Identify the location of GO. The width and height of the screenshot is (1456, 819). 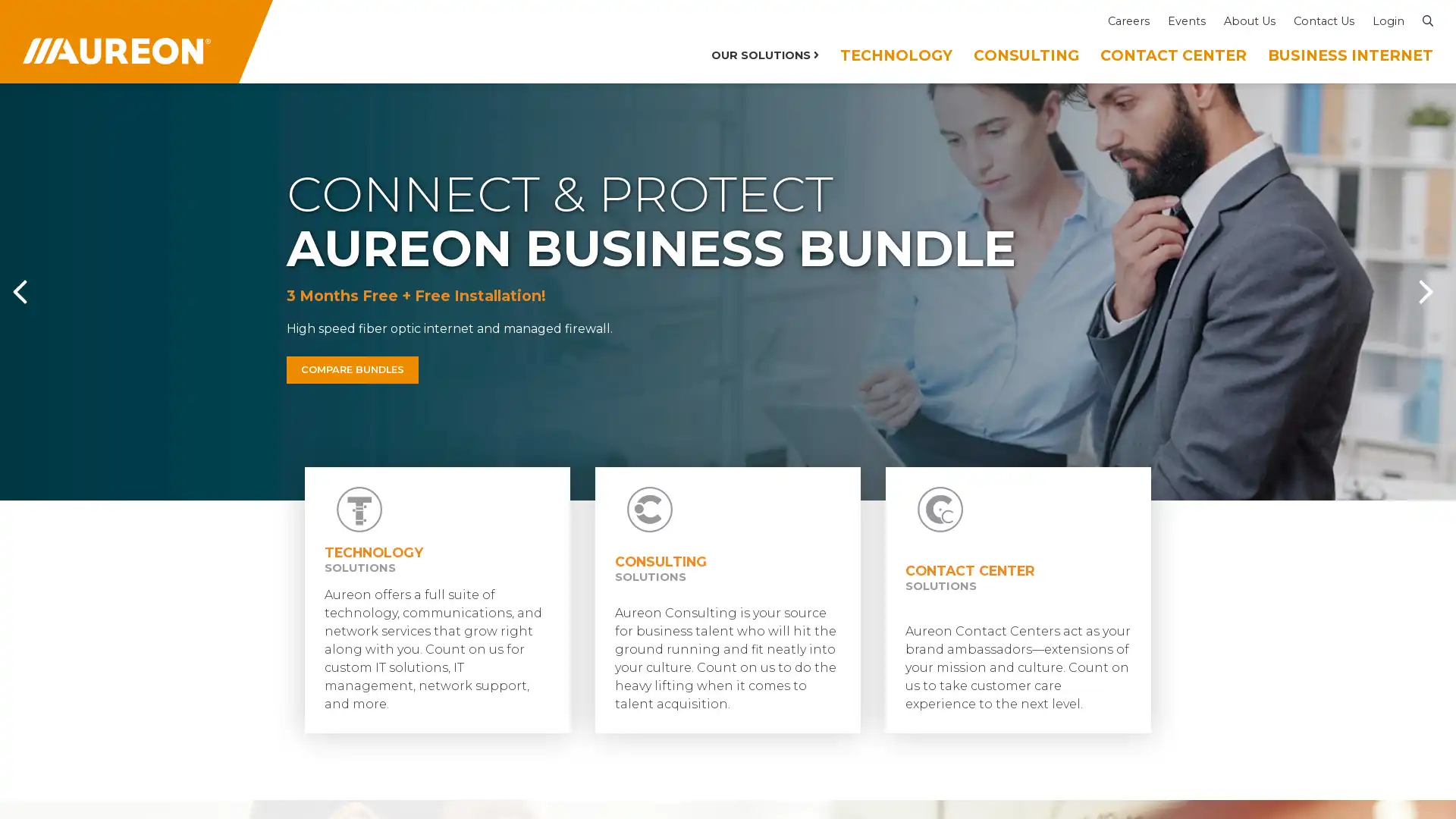
(872, 384).